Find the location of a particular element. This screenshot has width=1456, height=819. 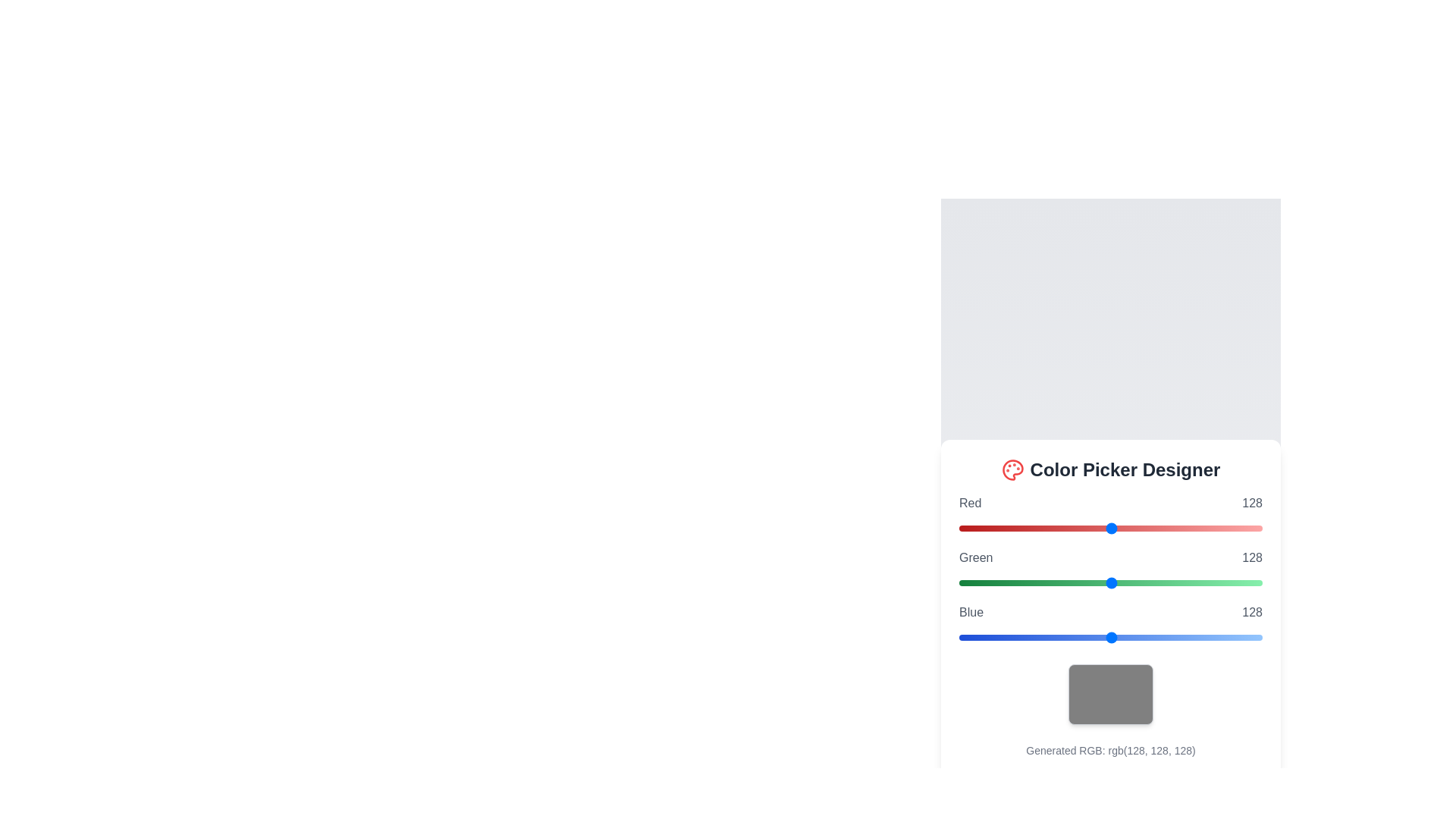

the blue slider to set its value to 112 is located at coordinates (1092, 637).